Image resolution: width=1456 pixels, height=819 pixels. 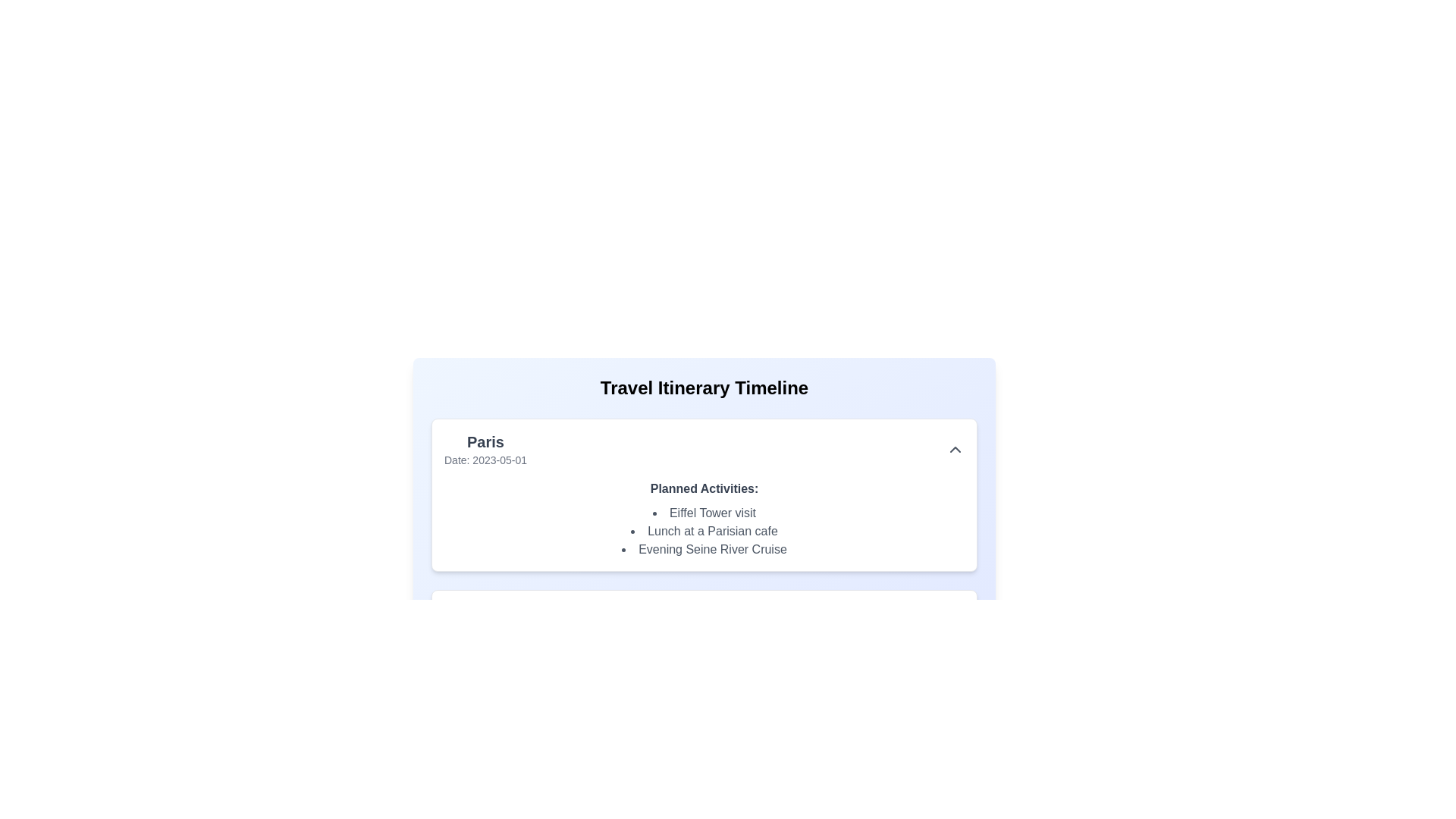 I want to click on text header labeled 'Planned Activities:' which is bold and gray, located above the list of planned activities, so click(x=704, y=488).